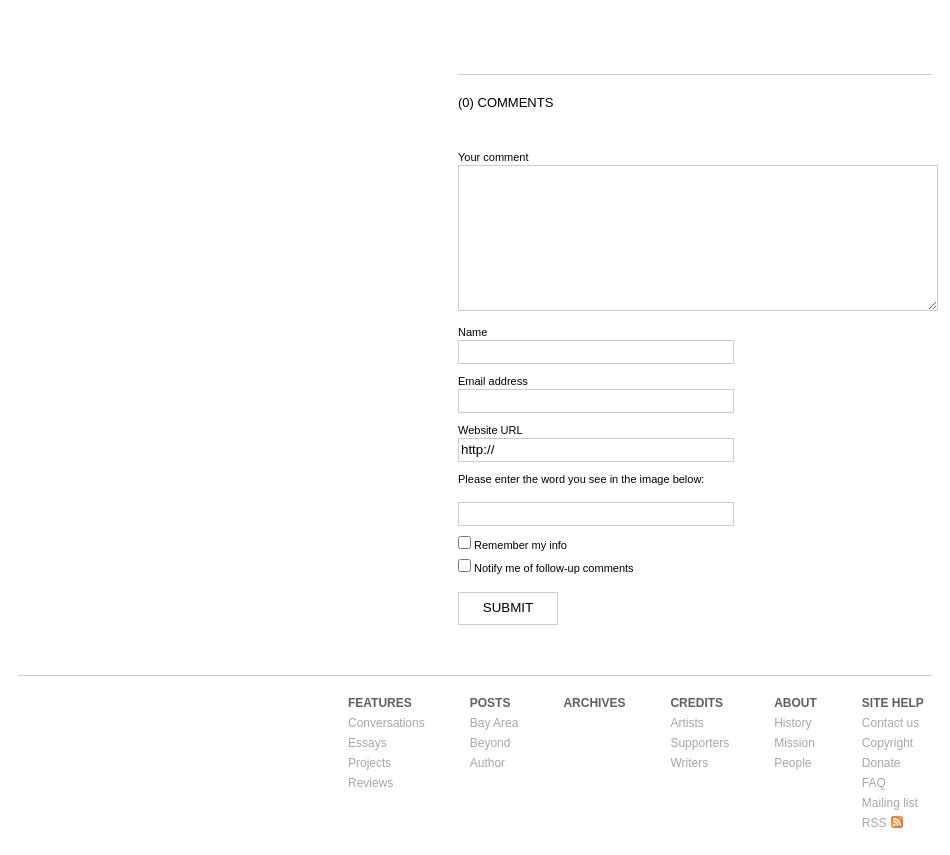 The image size is (950, 855). What do you see at coordinates (689, 760) in the screenshot?
I see `'Writers'` at bounding box center [689, 760].